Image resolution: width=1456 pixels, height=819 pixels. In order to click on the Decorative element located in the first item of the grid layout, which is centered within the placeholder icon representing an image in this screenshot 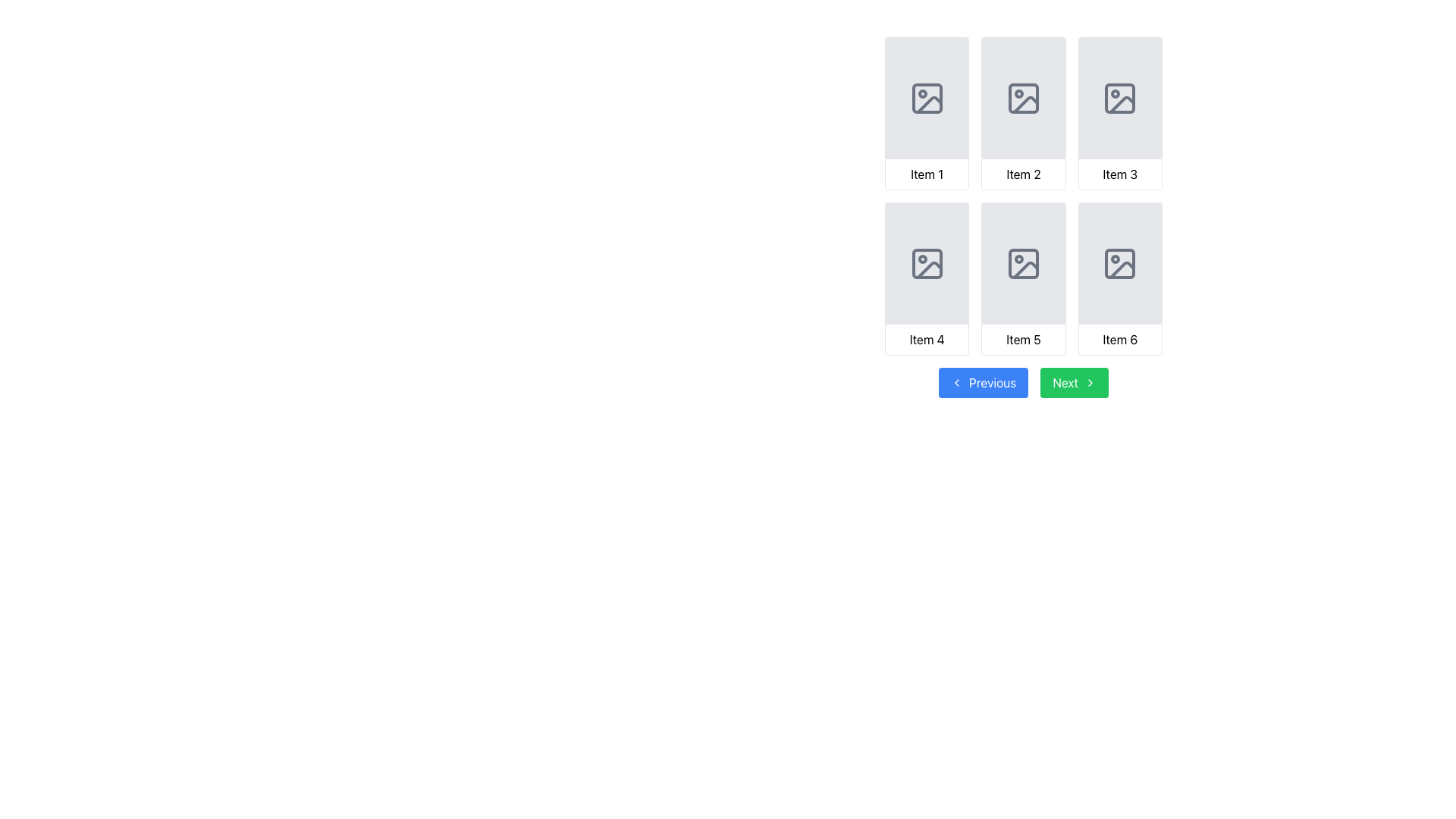, I will do `click(926, 99)`.